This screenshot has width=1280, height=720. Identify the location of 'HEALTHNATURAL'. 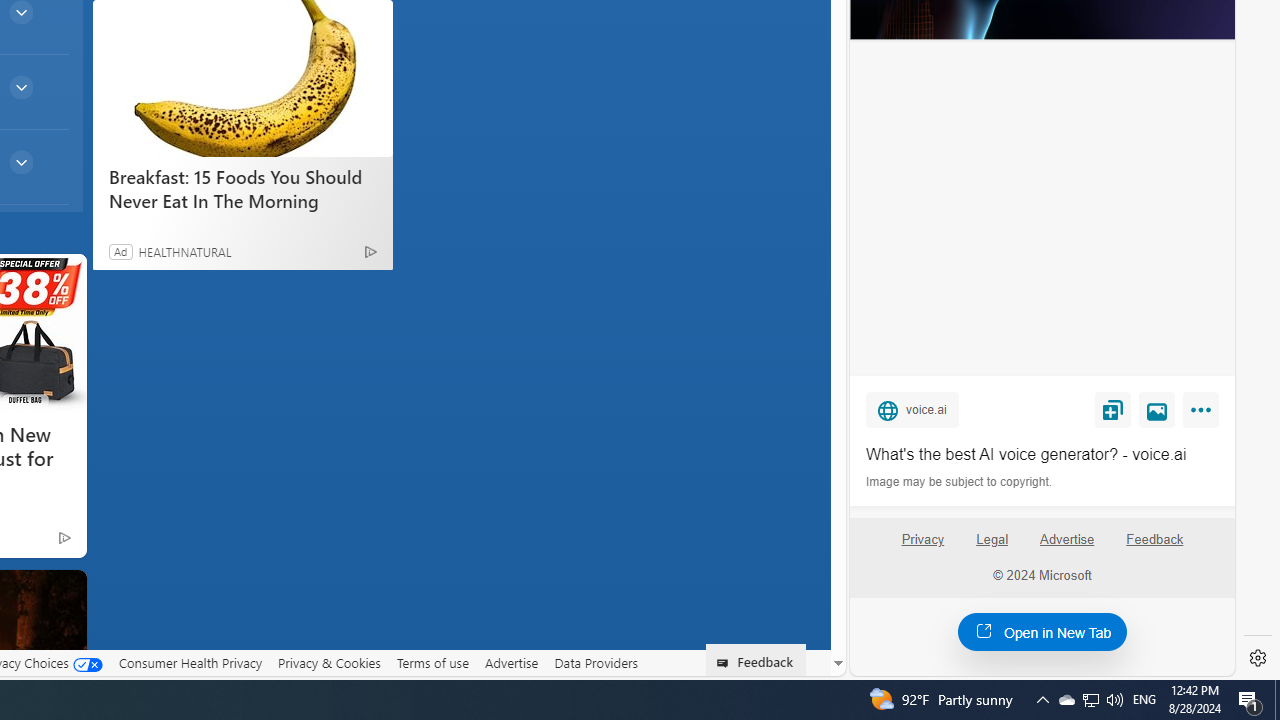
(184, 250).